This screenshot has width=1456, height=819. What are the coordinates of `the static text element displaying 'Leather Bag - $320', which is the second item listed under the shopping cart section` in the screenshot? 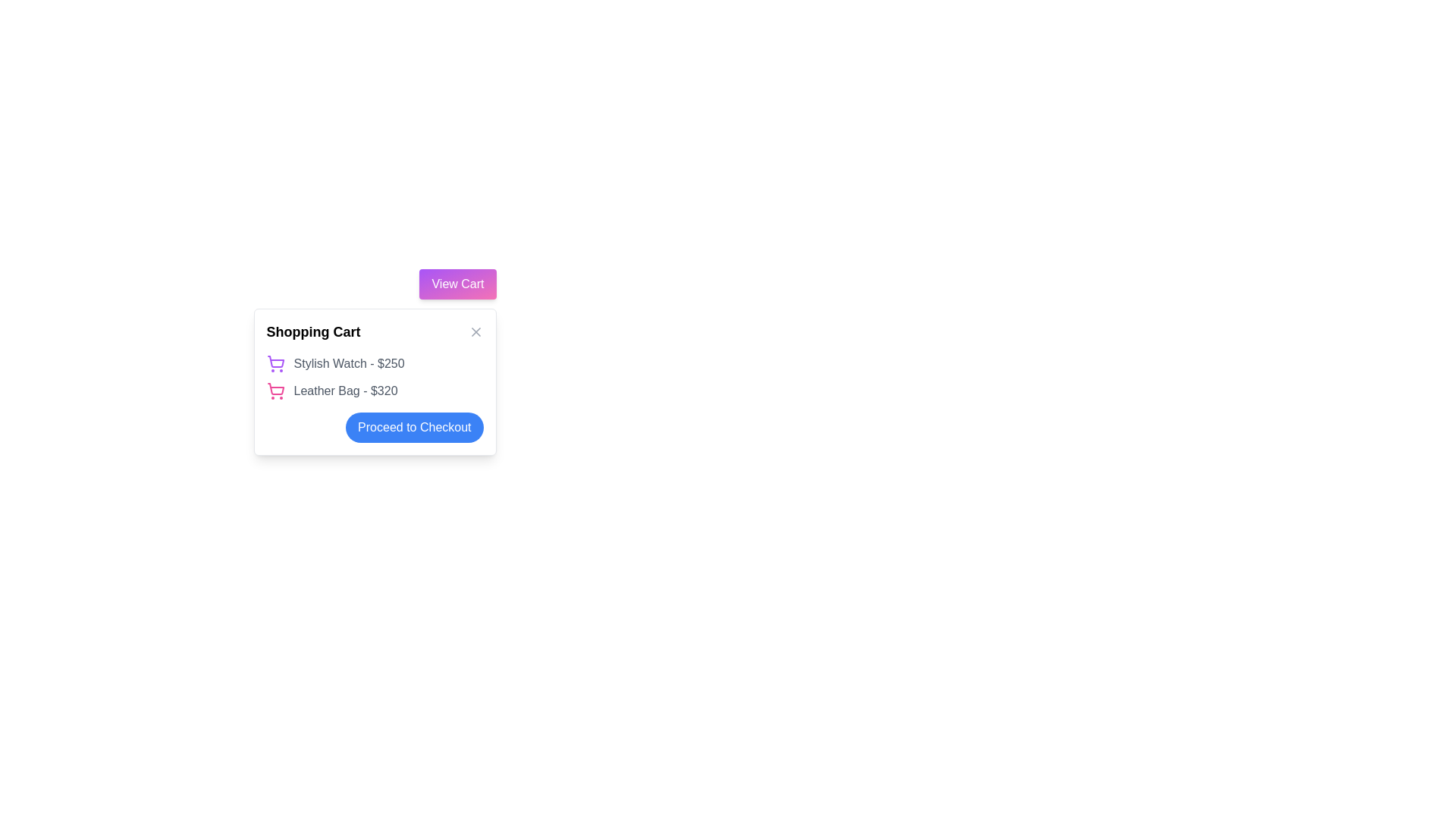 It's located at (345, 391).